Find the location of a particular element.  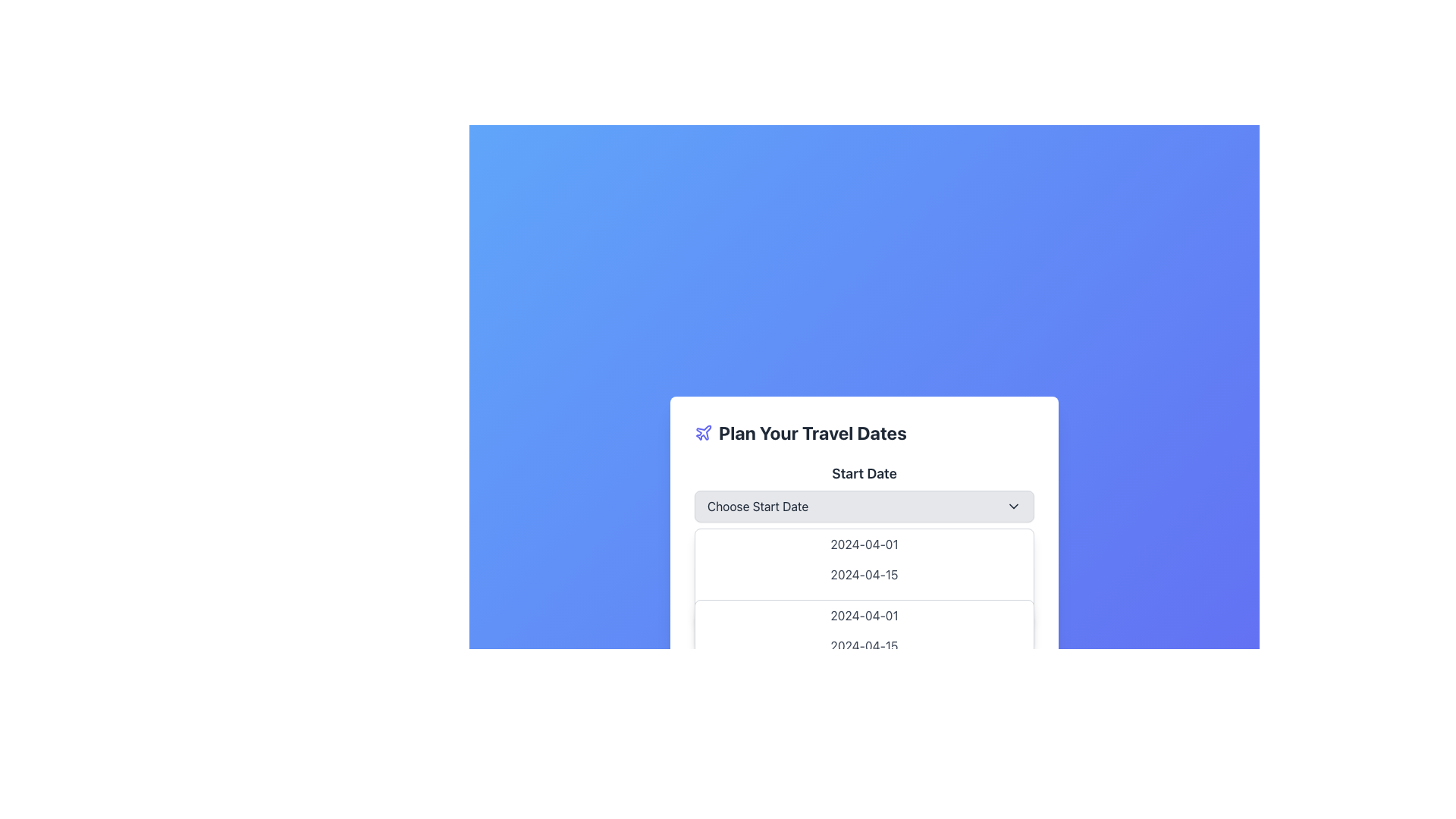

the Text Label with Icon displaying 'Plan Your Travel Dates', which includes a plane icon to the left, positioned at the top of the travel planning options panel is located at coordinates (864, 432).